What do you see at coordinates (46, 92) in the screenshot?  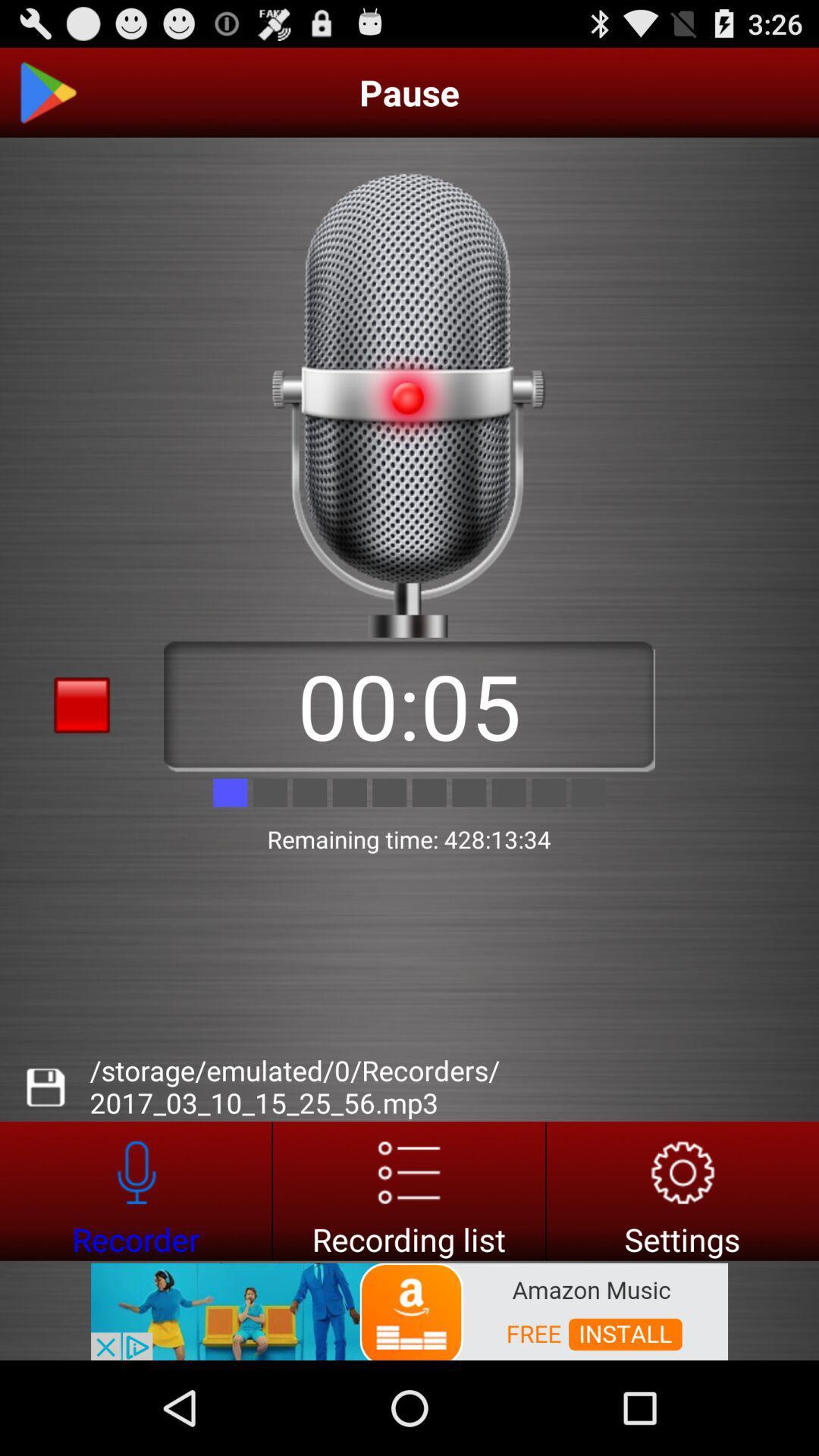 I see `pause button` at bounding box center [46, 92].